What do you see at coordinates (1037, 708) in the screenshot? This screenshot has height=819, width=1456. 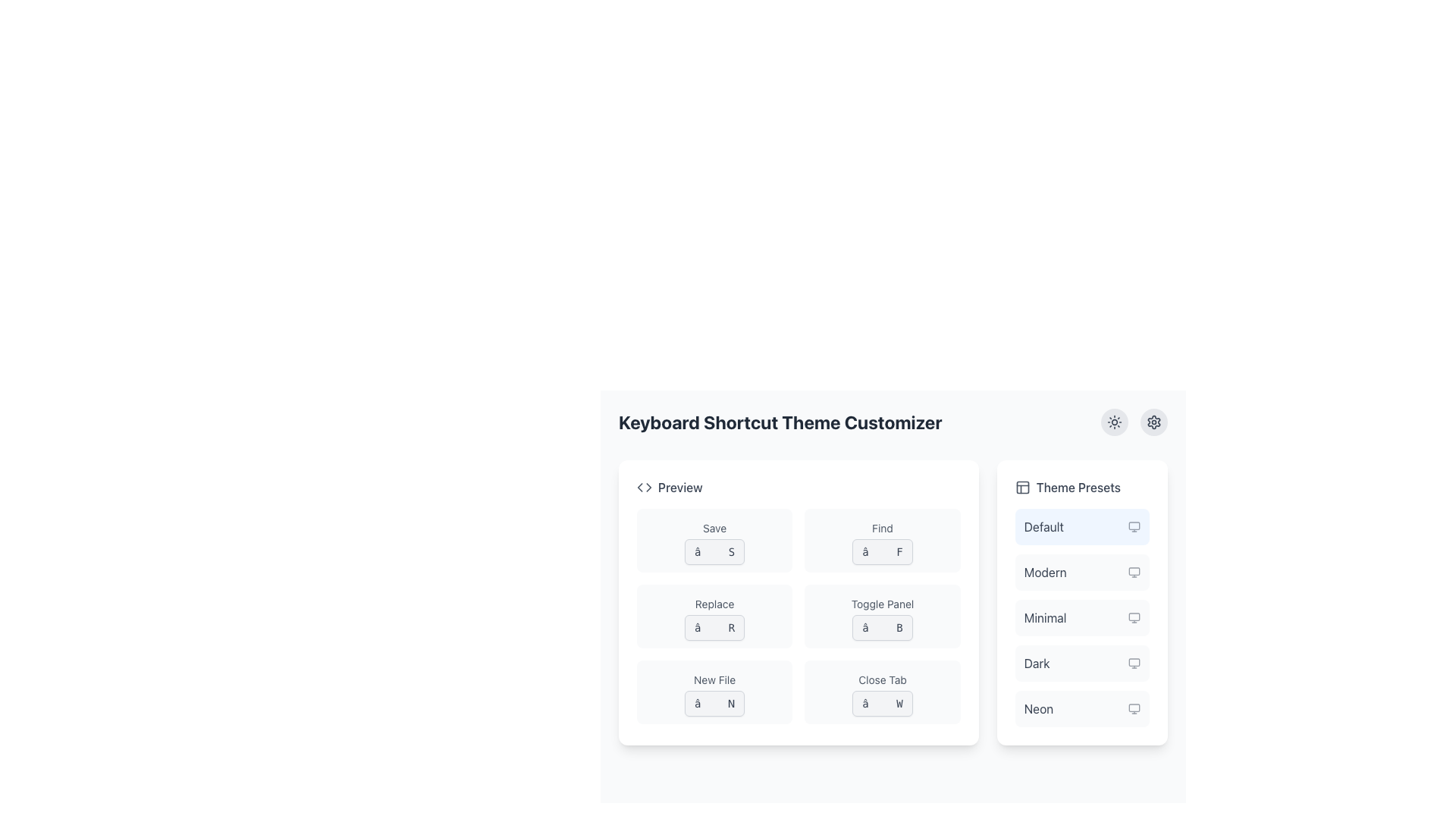 I see `text label that describes the fifth preset theme option in the 'Theme Presets' section located in the right panel of the interface, near the bottom` at bounding box center [1037, 708].